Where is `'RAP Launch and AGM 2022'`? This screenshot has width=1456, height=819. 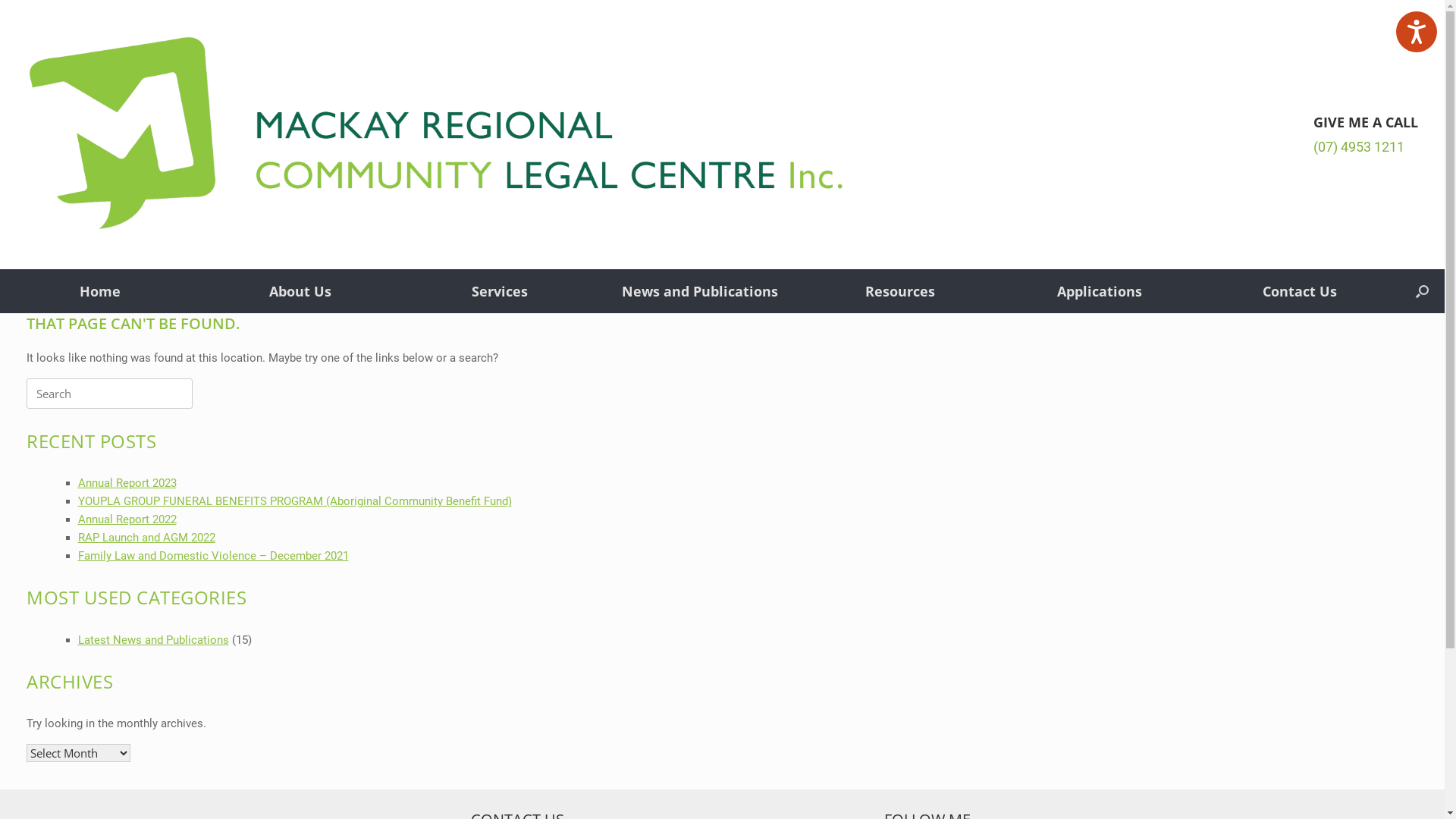 'RAP Launch and AGM 2022' is located at coordinates (146, 537).